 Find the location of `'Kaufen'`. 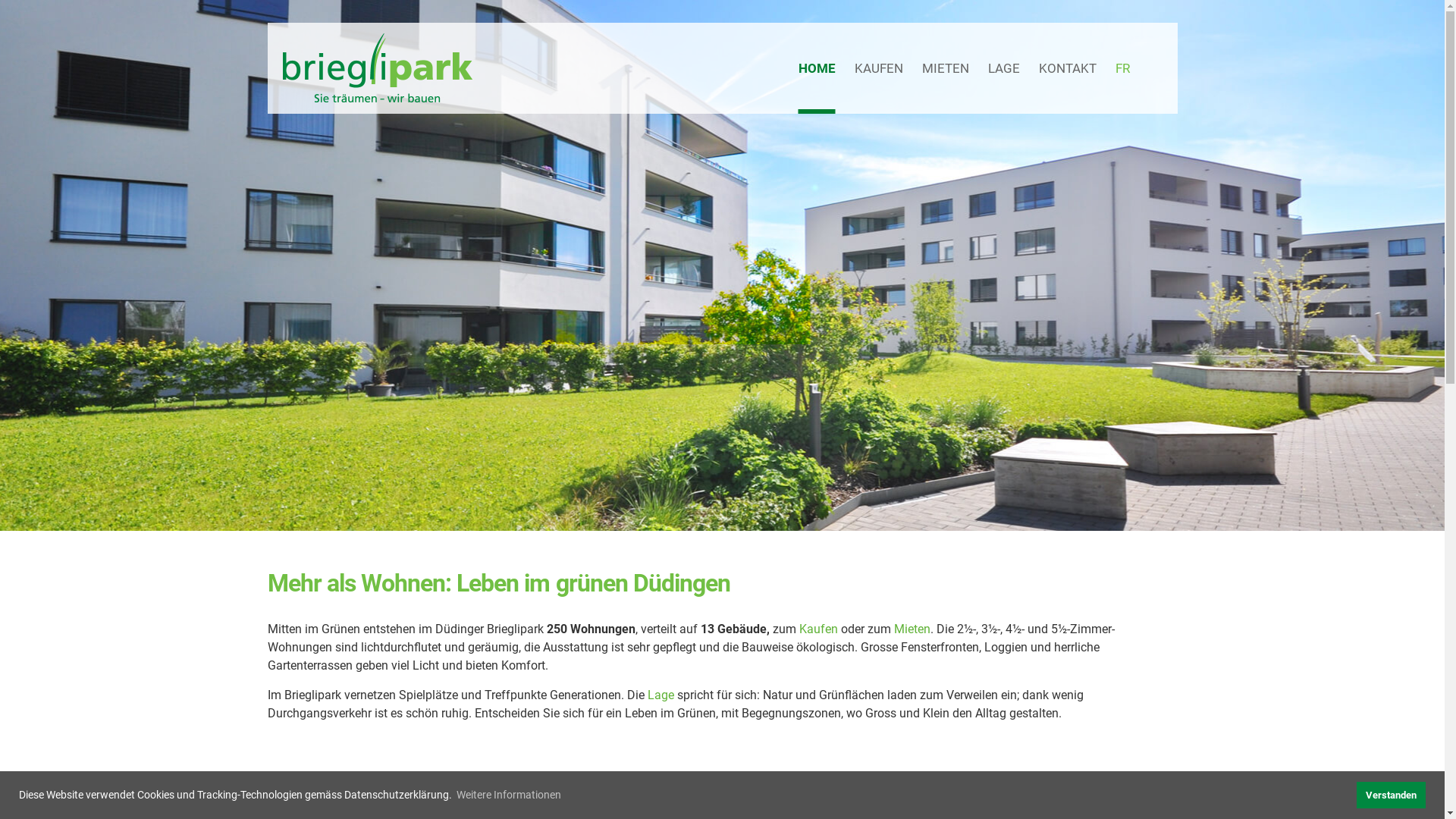

'Kaufen' is located at coordinates (817, 629).